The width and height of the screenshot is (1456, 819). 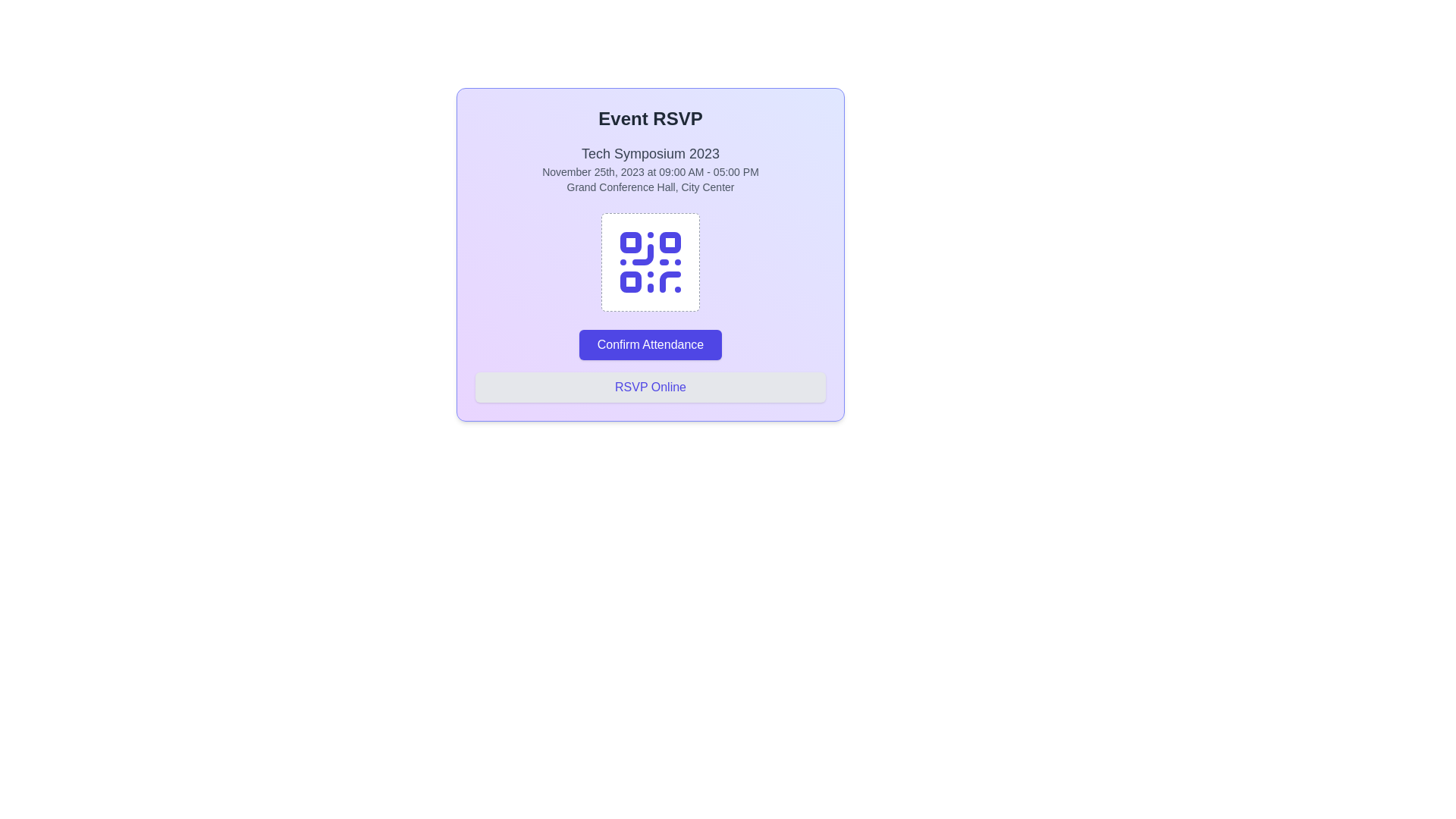 What do you see at coordinates (651, 154) in the screenshot?
I see `the text label displaying 'Tech Symposium 2023', which is prominently positioned at the top of the RSVP card with a light purple background` at bounding box center [651, 154].